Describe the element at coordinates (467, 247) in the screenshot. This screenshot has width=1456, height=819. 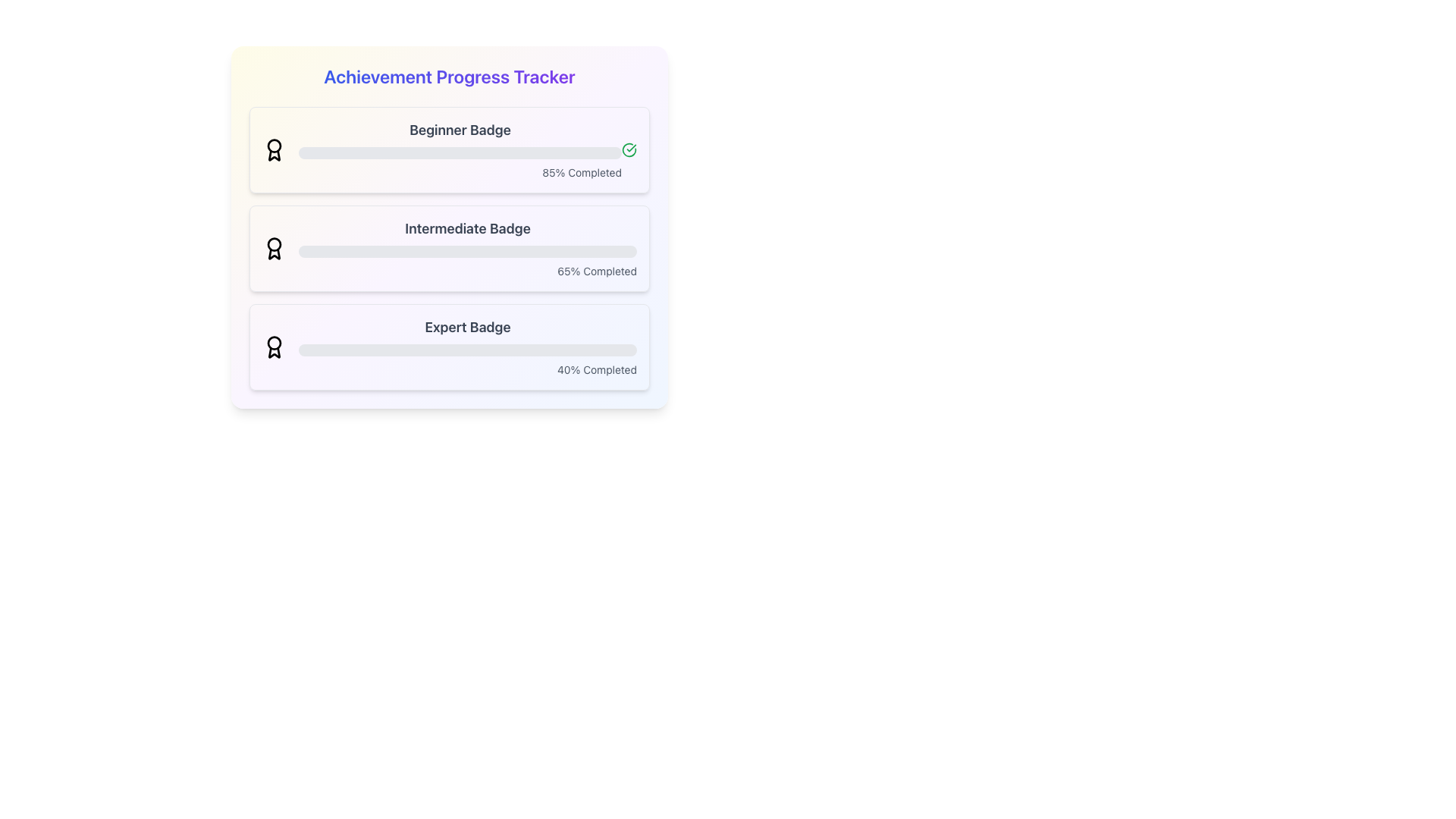
I see `the Progress Indicator displaying 'Intermediate Badge' to read details about the progress and completion percentage` at that location.